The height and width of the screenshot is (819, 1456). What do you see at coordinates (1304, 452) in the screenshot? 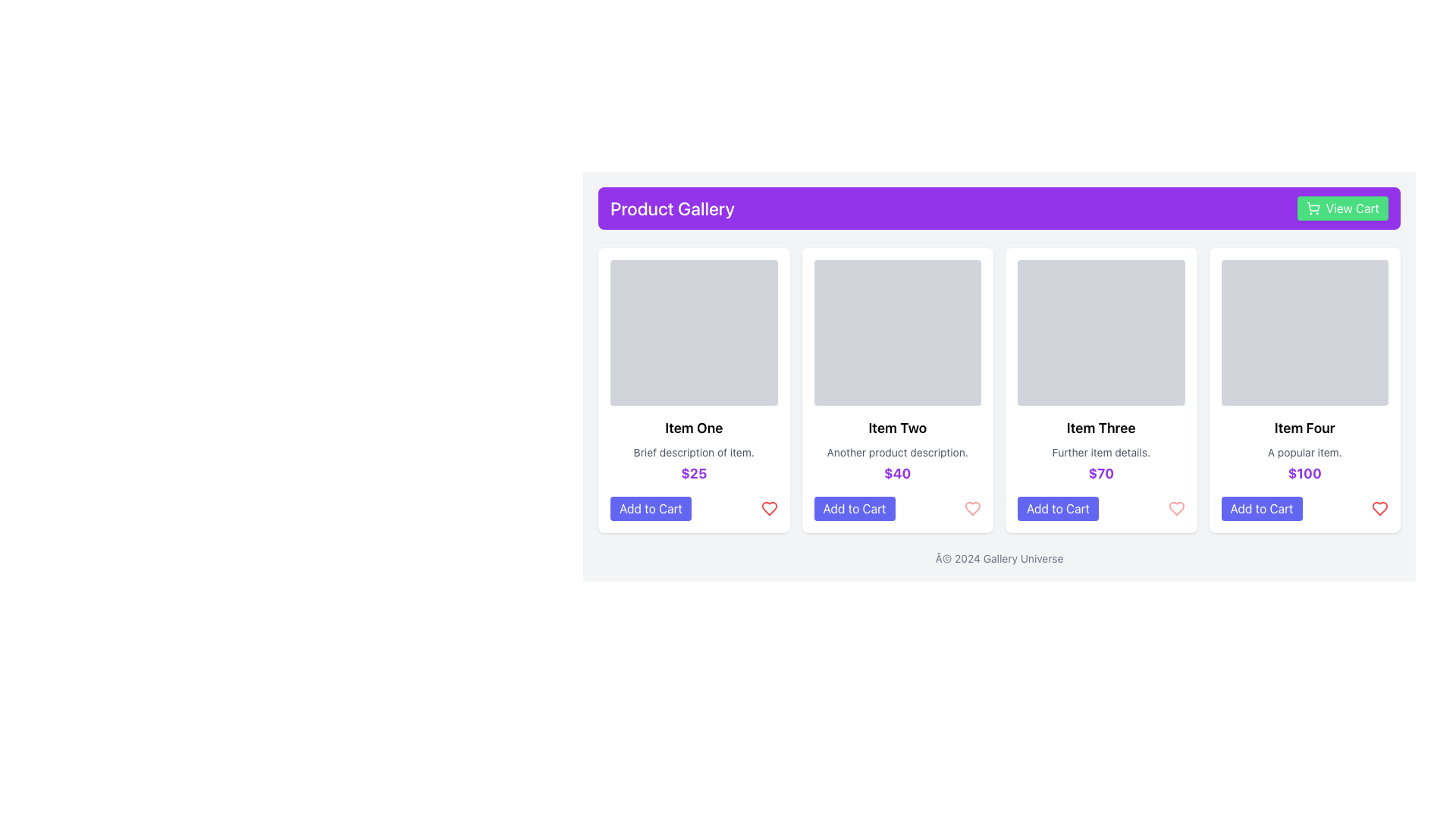
I see `the text element reading 'A popular item.' which is styled in a small, gray font and located in the fourth product card, situated below 'Item Four' and above '$100'` at bounding box center [1304, 452].